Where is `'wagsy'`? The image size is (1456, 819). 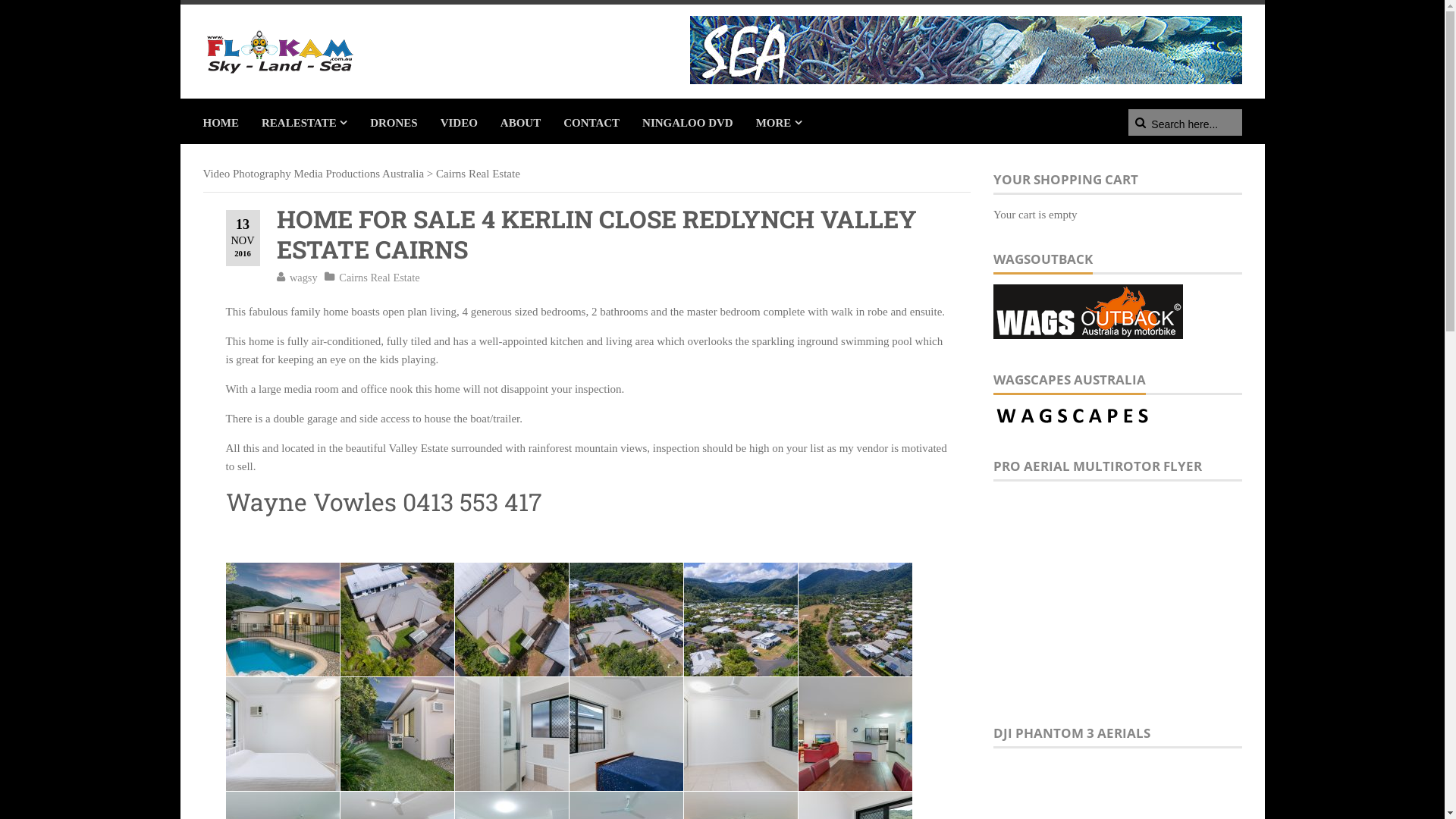
'wagsy' is located at coordinates (303, 278).